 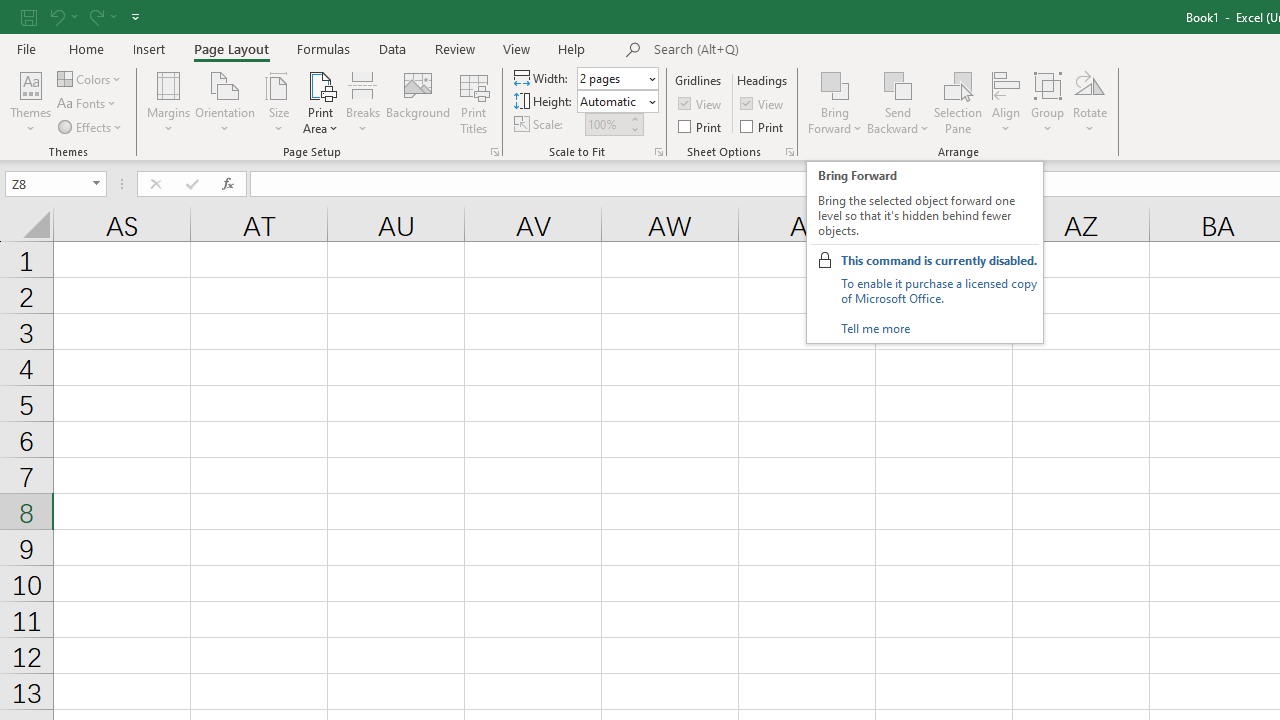 I want to click on 'Group', so click(x=1046, y=103).